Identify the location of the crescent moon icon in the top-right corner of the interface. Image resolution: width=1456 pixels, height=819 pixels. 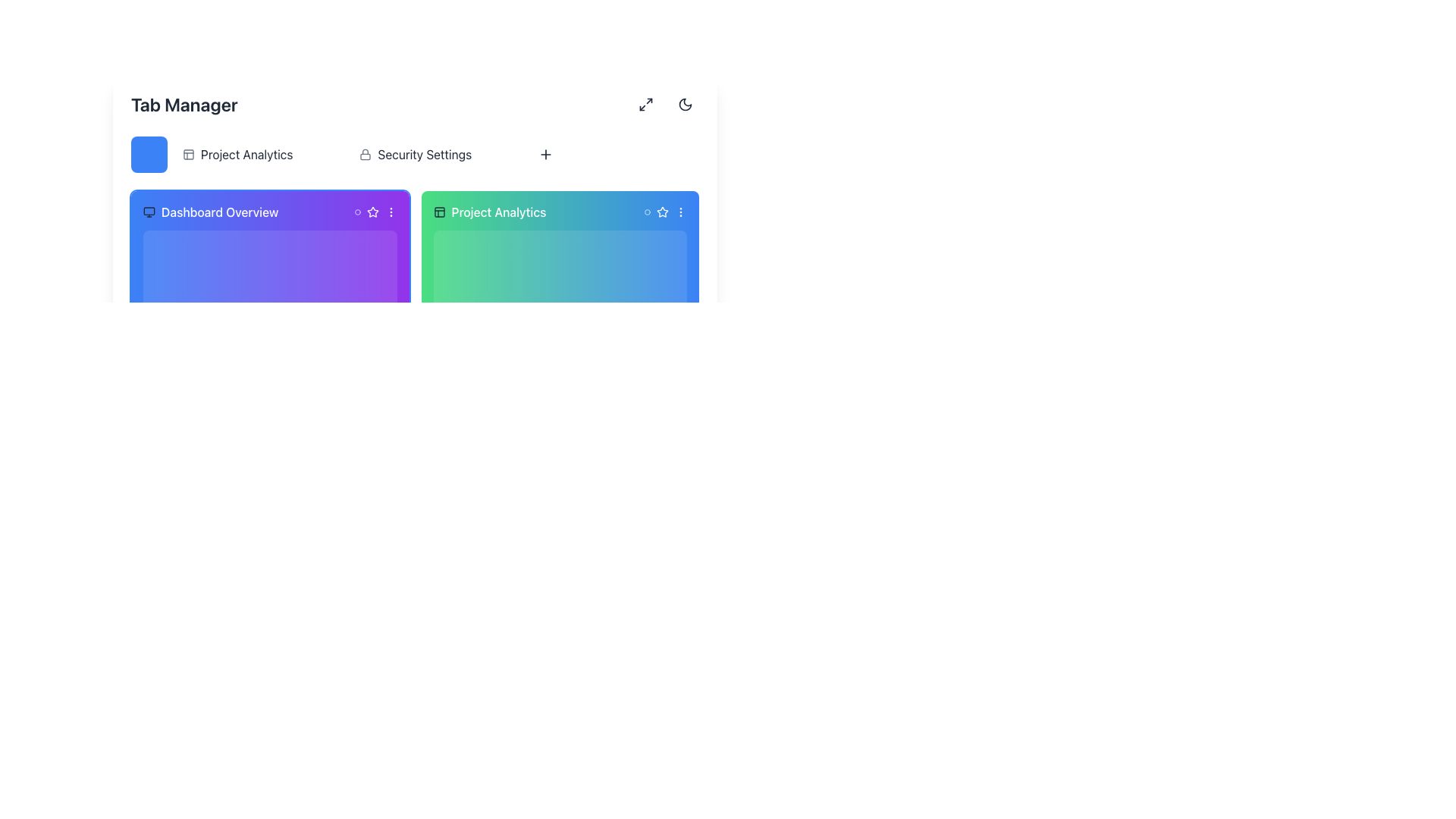
(684, 104).